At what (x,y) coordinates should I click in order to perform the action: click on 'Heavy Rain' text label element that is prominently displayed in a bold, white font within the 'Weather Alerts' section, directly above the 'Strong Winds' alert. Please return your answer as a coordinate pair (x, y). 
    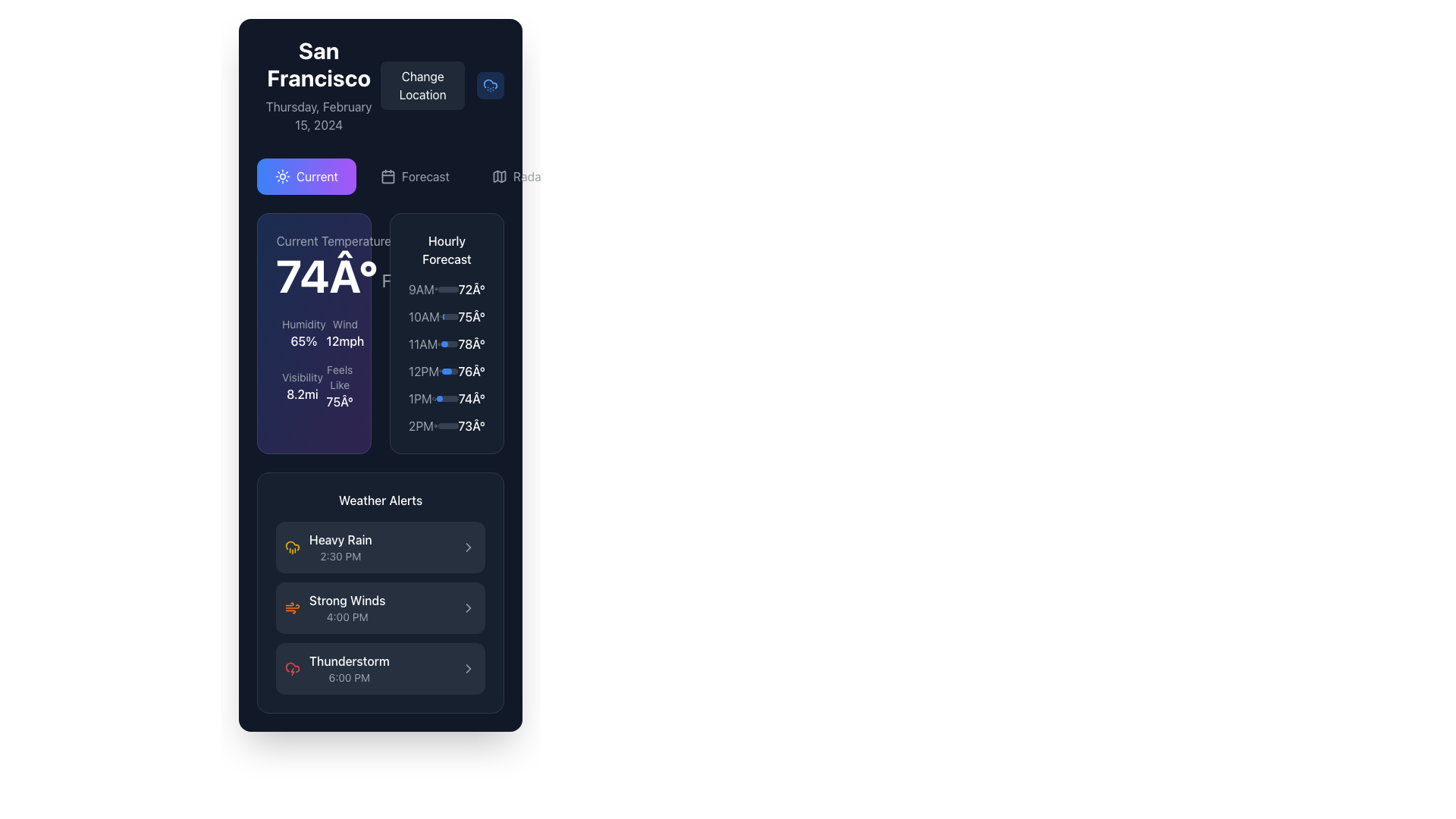
    Looking at the image, I should click on (340, 539).